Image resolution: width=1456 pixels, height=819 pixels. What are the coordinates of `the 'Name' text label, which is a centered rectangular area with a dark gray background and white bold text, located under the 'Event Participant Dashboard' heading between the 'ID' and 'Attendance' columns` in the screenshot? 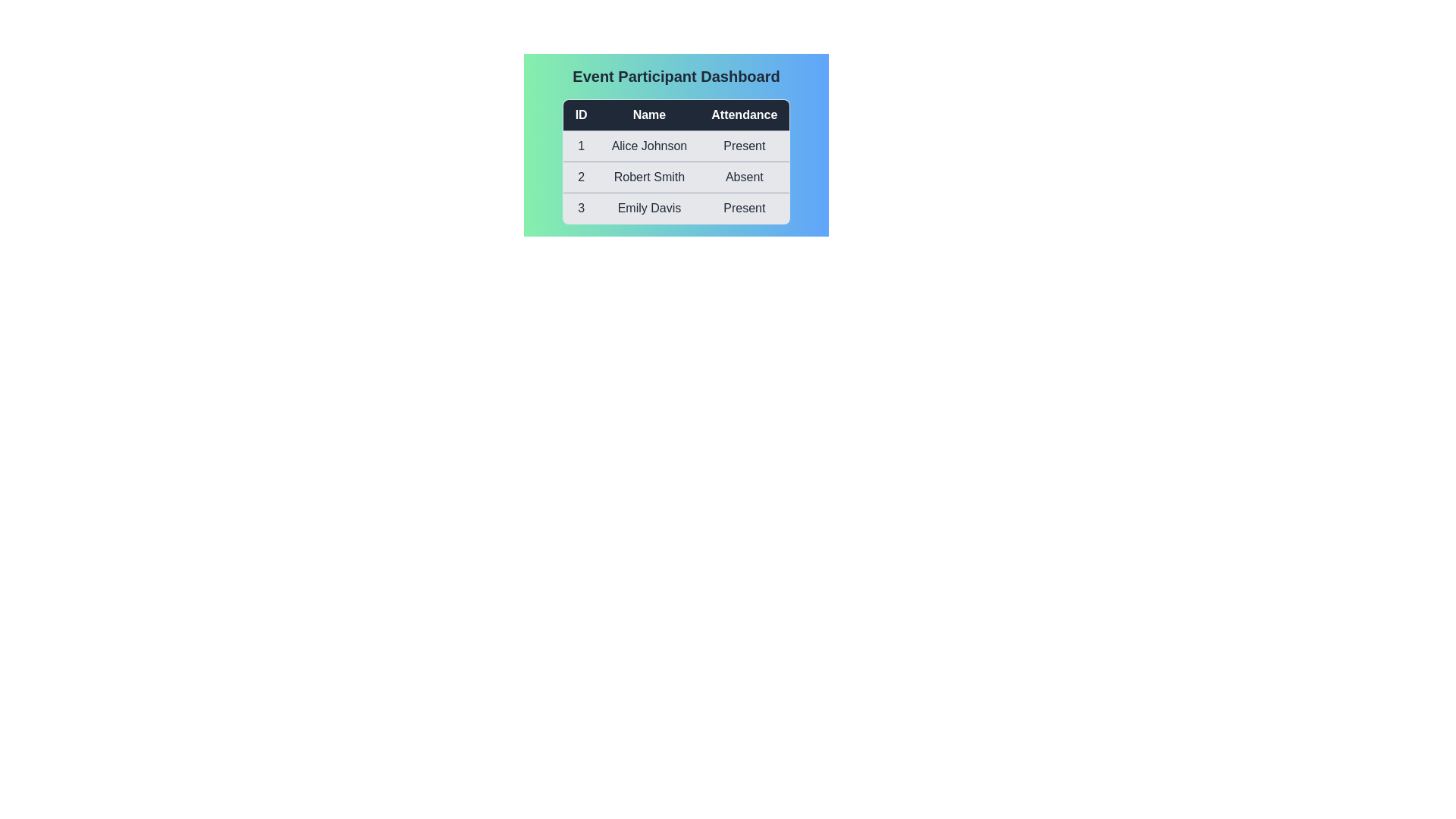 It's located at (649, 114).